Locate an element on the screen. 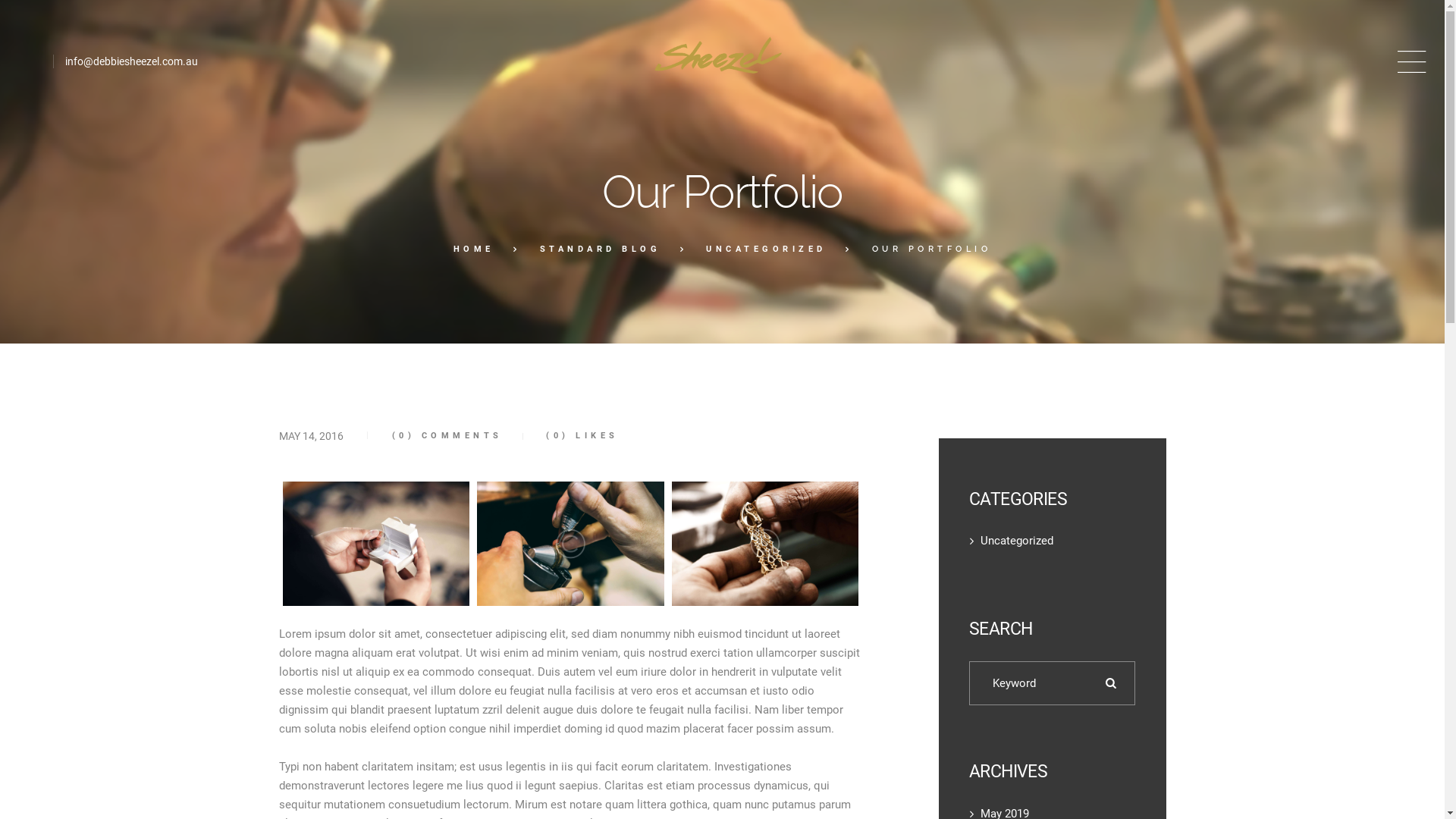  'Uncategorized' is located at coordinates (1016, 540).